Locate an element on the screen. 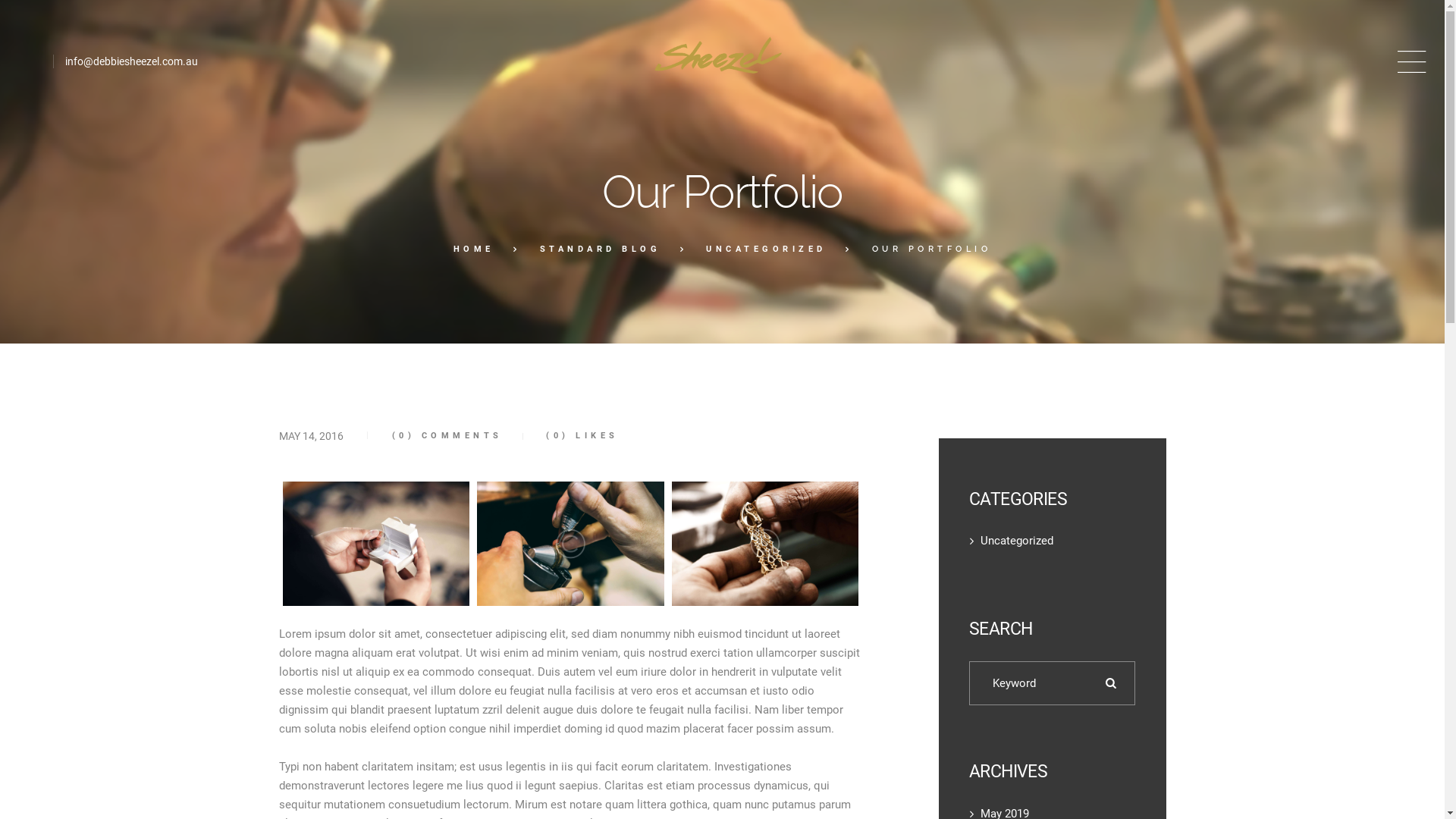  'Uncategorized' is located at coordinates (1016, 540).